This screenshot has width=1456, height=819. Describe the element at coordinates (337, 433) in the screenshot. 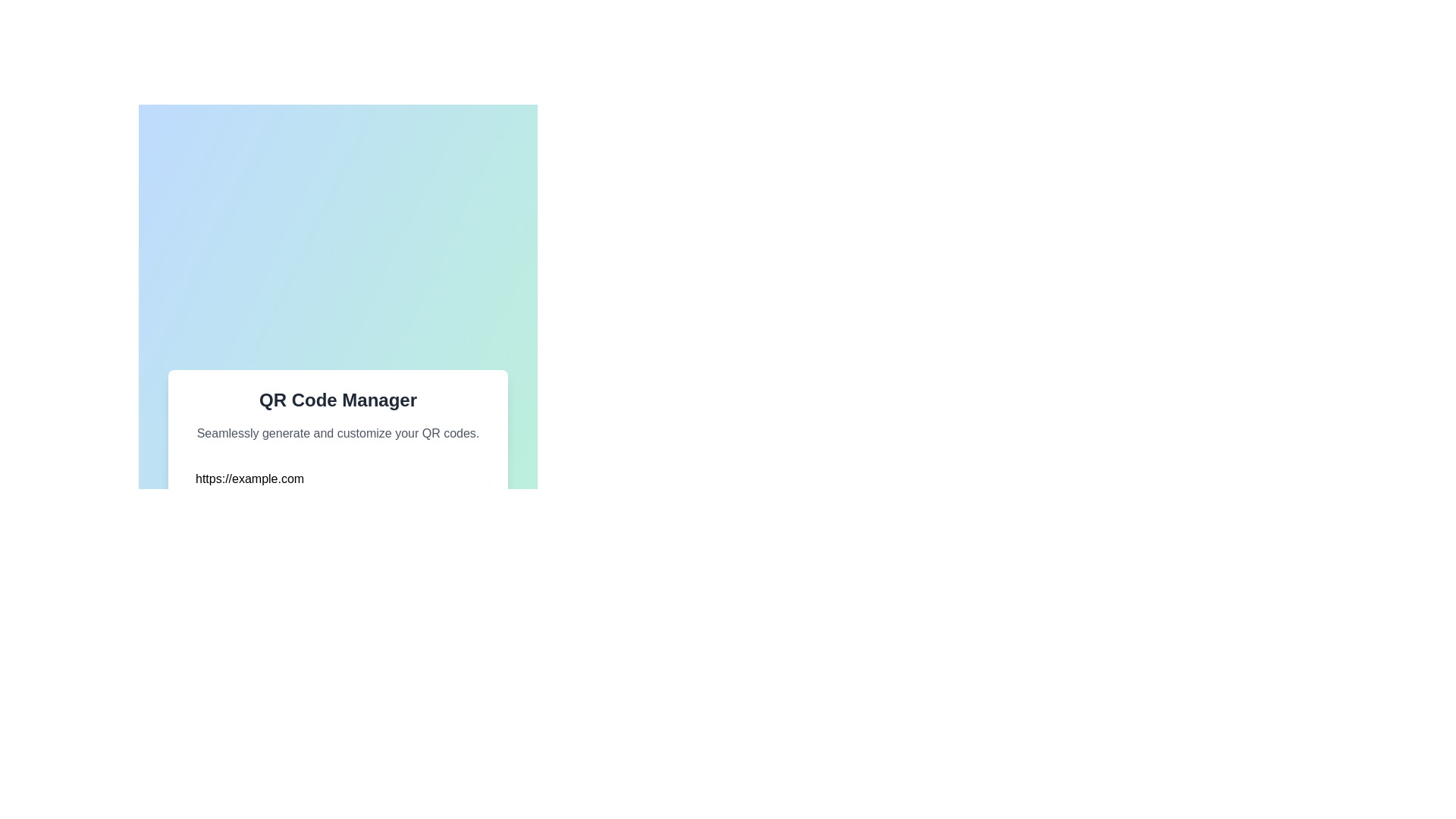

I see `informational text that states 'Seamlessly generate and customize your QR codes.' which is styled in gray and located beneath the title 'QR Code Manager'` at that location.